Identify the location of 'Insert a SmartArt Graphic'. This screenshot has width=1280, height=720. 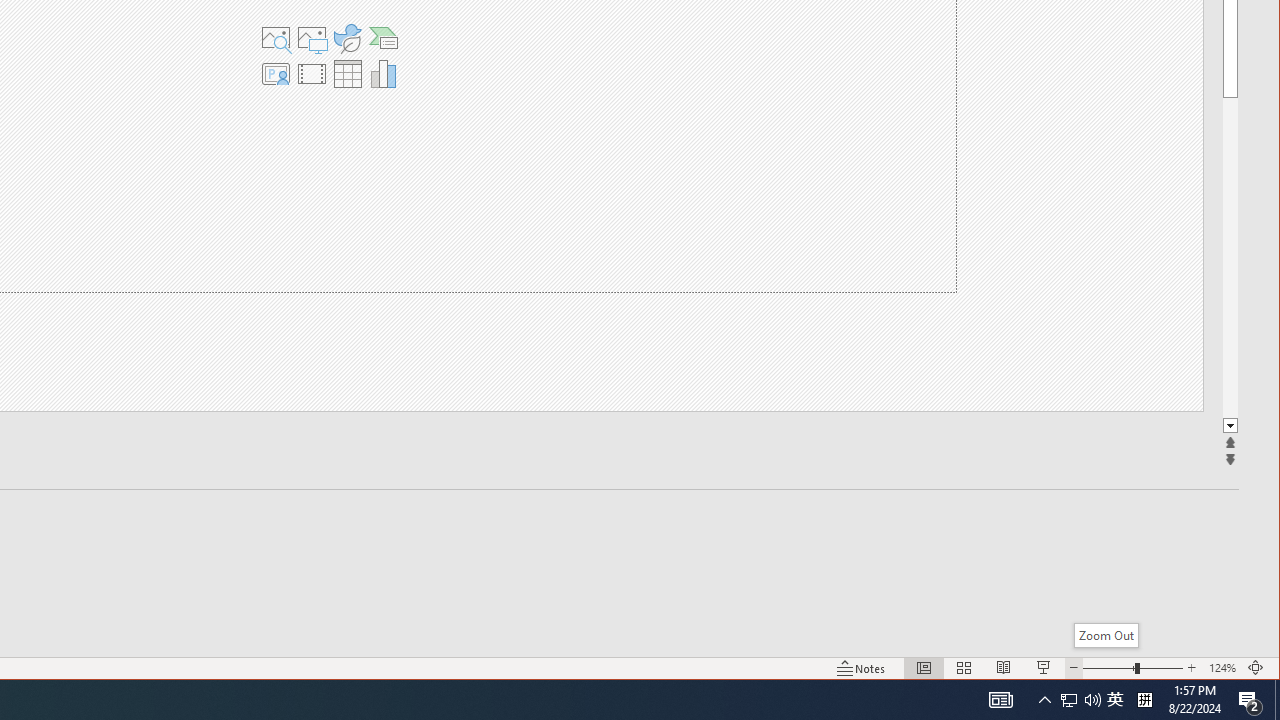
(384, 38).